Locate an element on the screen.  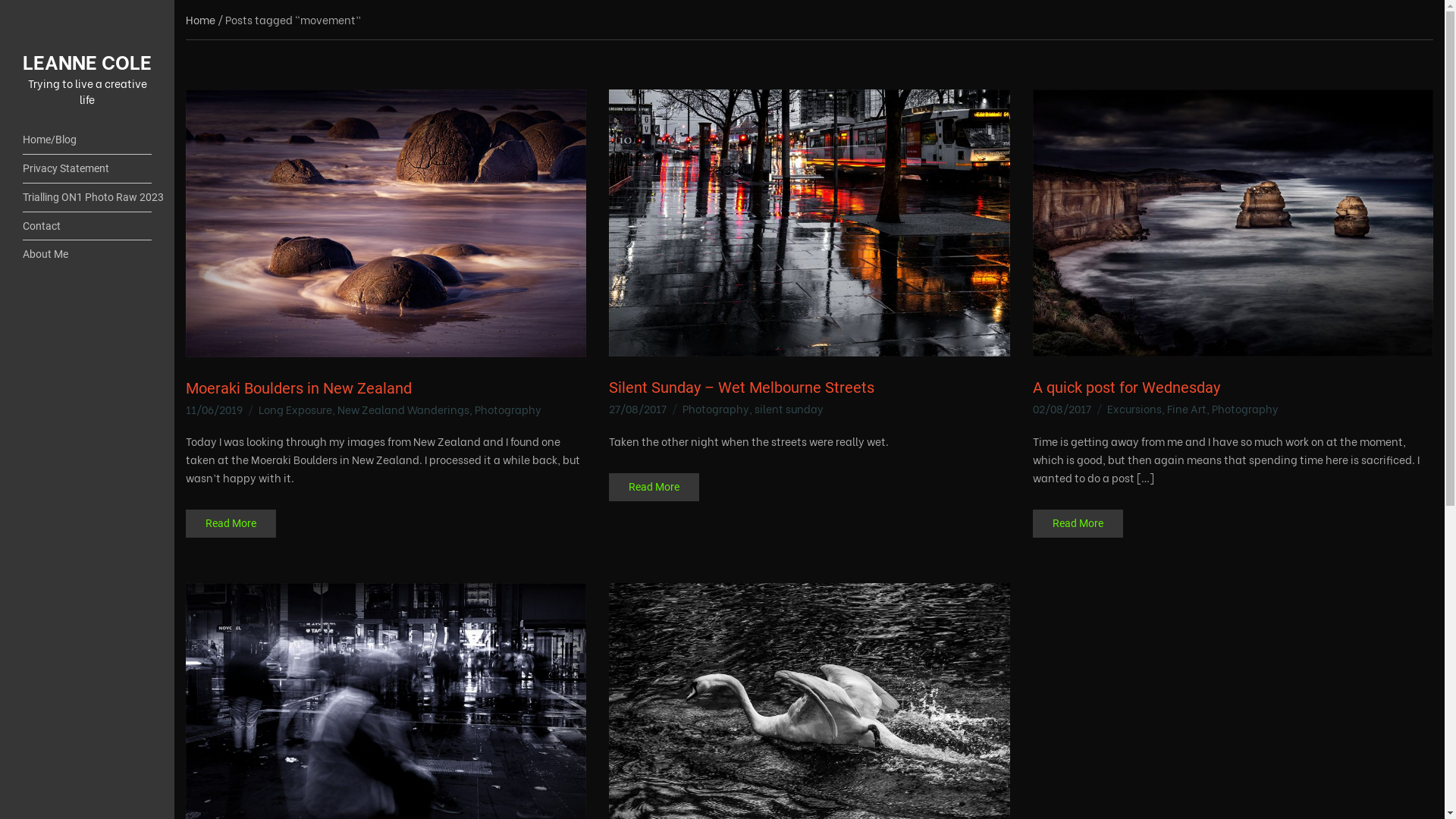
'silent sunday' is located at coordinates (789, 407).